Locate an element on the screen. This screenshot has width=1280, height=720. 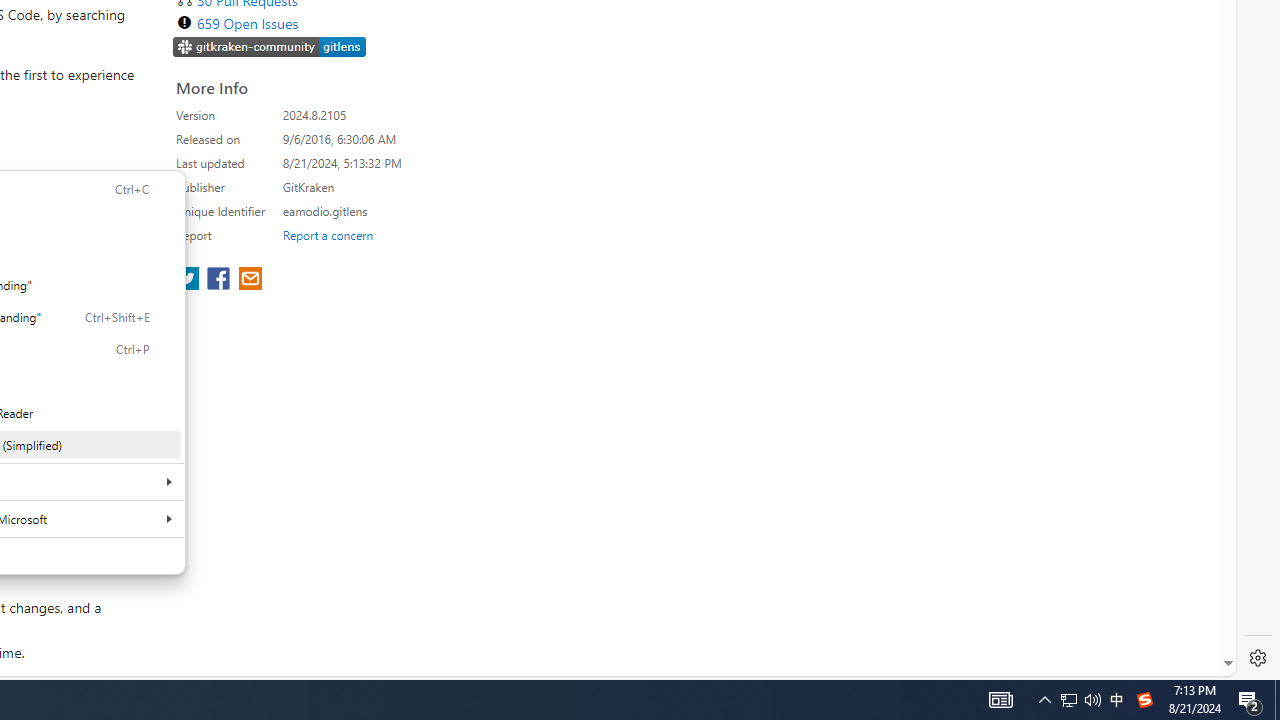
'share extension on email' is located at coordinates (248, 280).